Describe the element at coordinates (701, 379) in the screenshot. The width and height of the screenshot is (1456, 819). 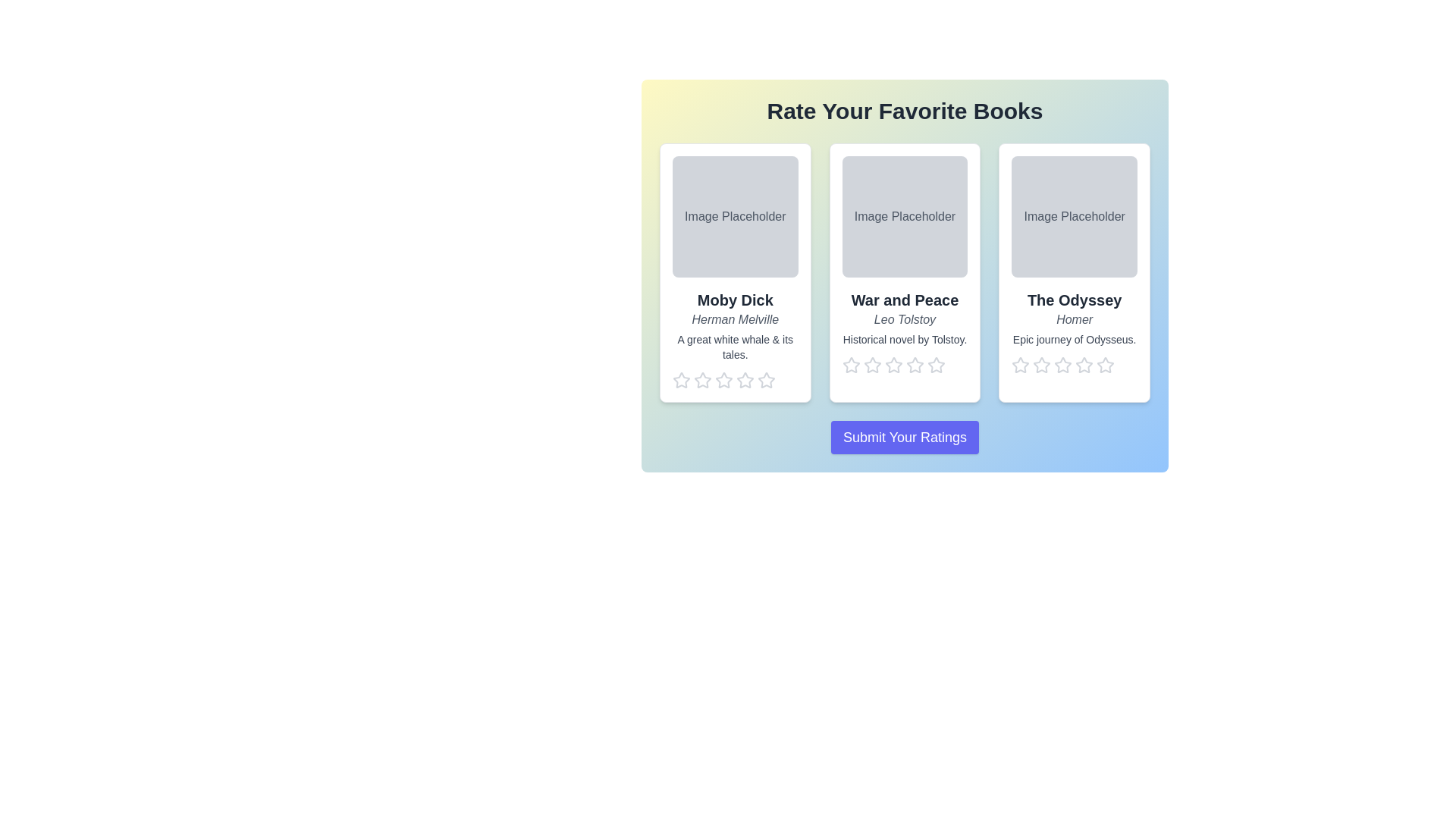
I see `the star corresponding to the rating 2 for the book Moby Dick` at that location.